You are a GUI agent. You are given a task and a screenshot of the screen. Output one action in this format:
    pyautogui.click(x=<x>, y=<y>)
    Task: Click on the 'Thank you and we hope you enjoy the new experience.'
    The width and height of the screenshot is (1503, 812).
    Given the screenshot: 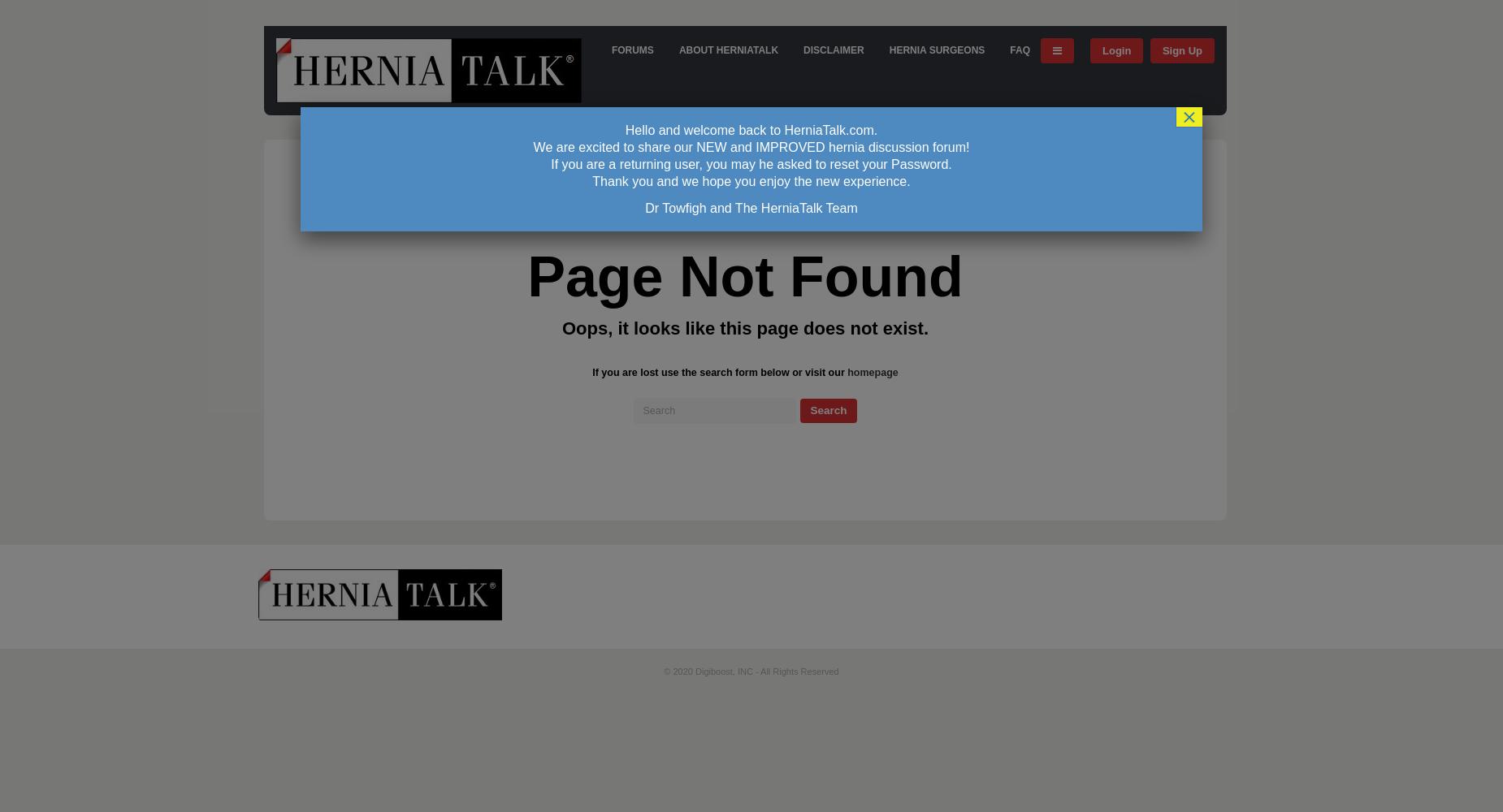 What is the action you would take?
    pyautogui.click(x=751, y=180)
    